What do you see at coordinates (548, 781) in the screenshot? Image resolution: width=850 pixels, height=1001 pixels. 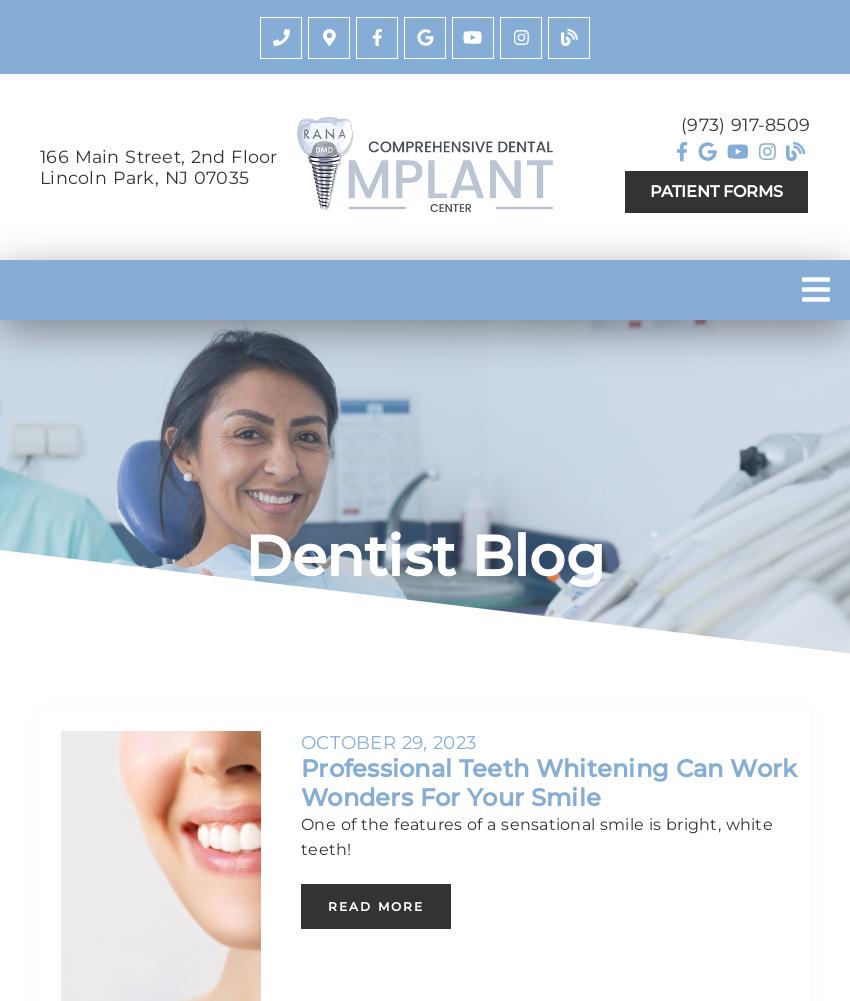 I see `'Professional Teeth Whitening Can Work Wonders For Your Smile'` at bounding box center [548, 781].